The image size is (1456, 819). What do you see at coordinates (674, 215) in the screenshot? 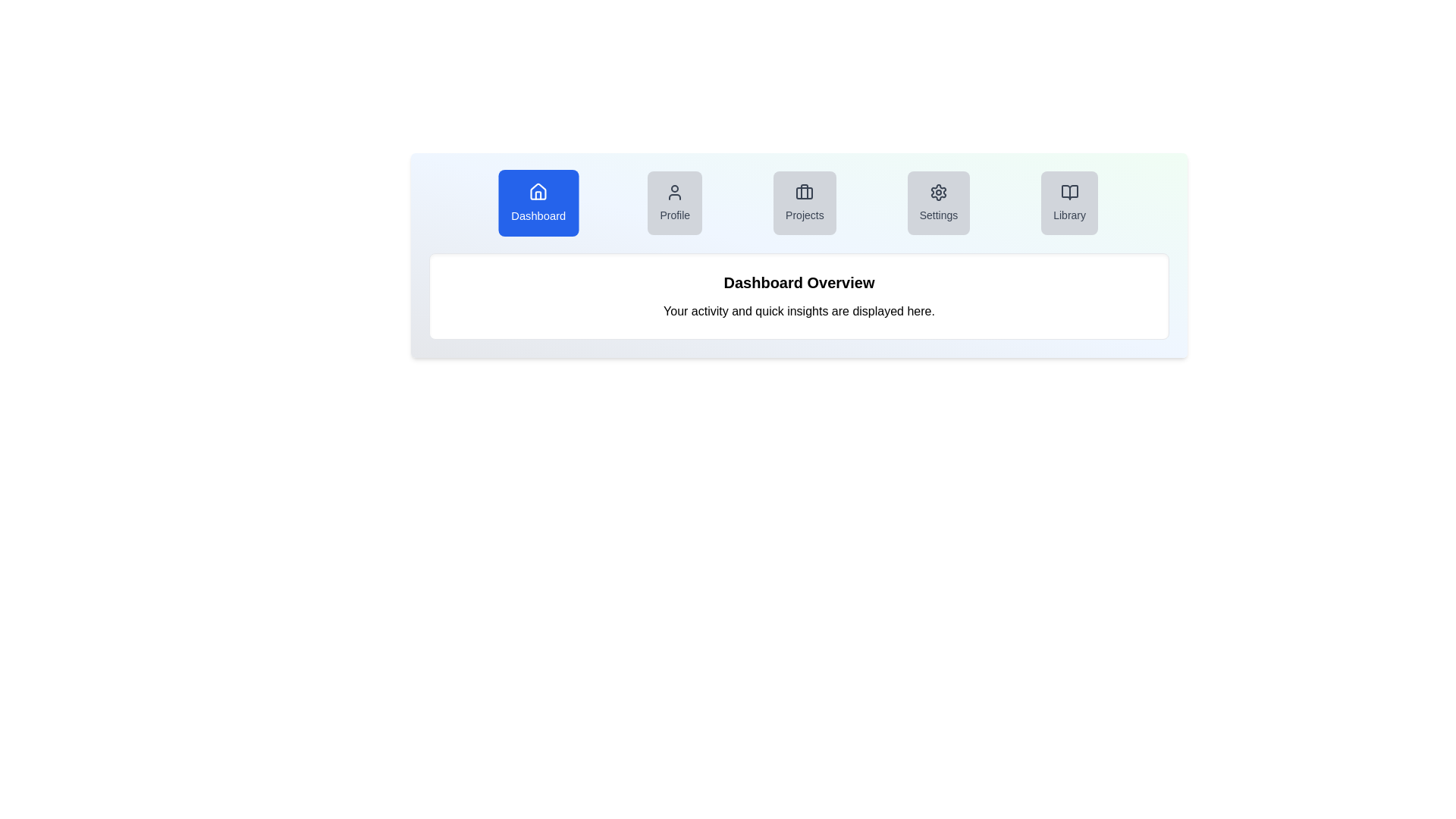
I see `text label that says 'Profile', which is located beneath a user icon in a horizontal navigation bar with a light gray background` at bounding box center [674, 215].